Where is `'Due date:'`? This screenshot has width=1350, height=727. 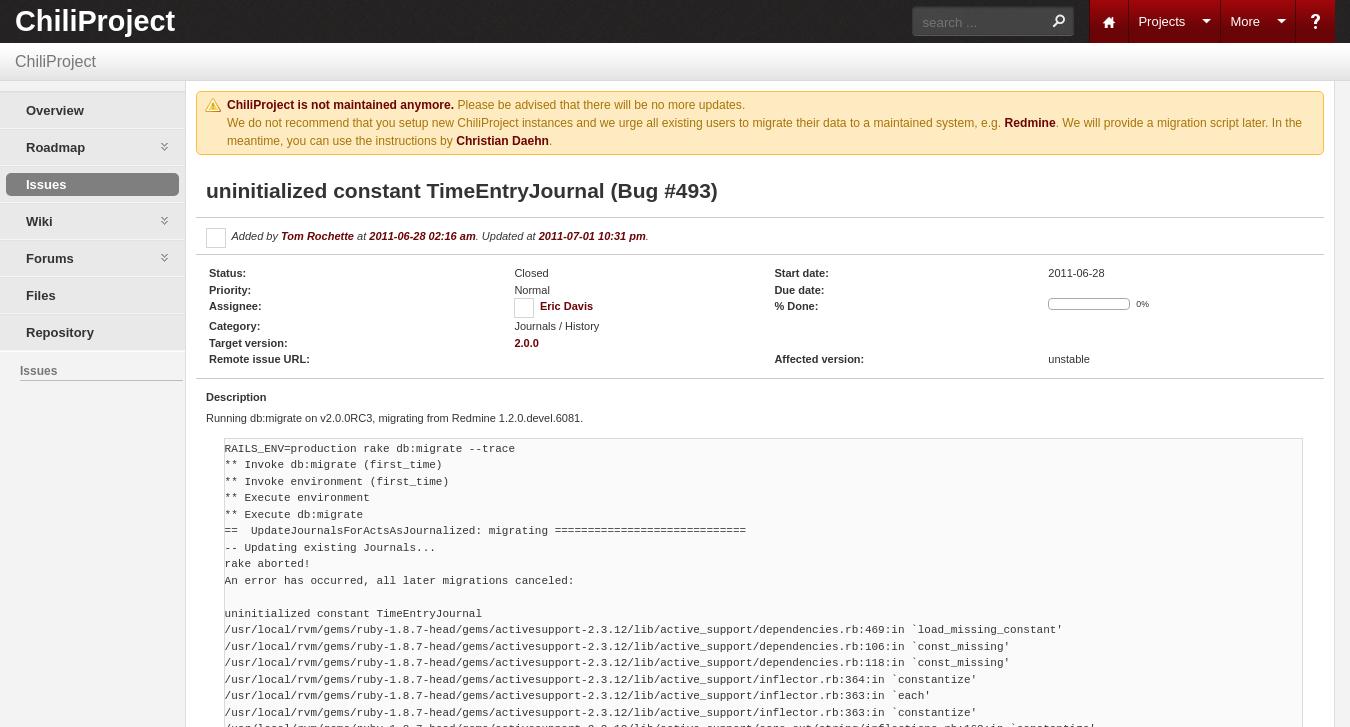 'Due date:' is located at coordinates (799, 288).